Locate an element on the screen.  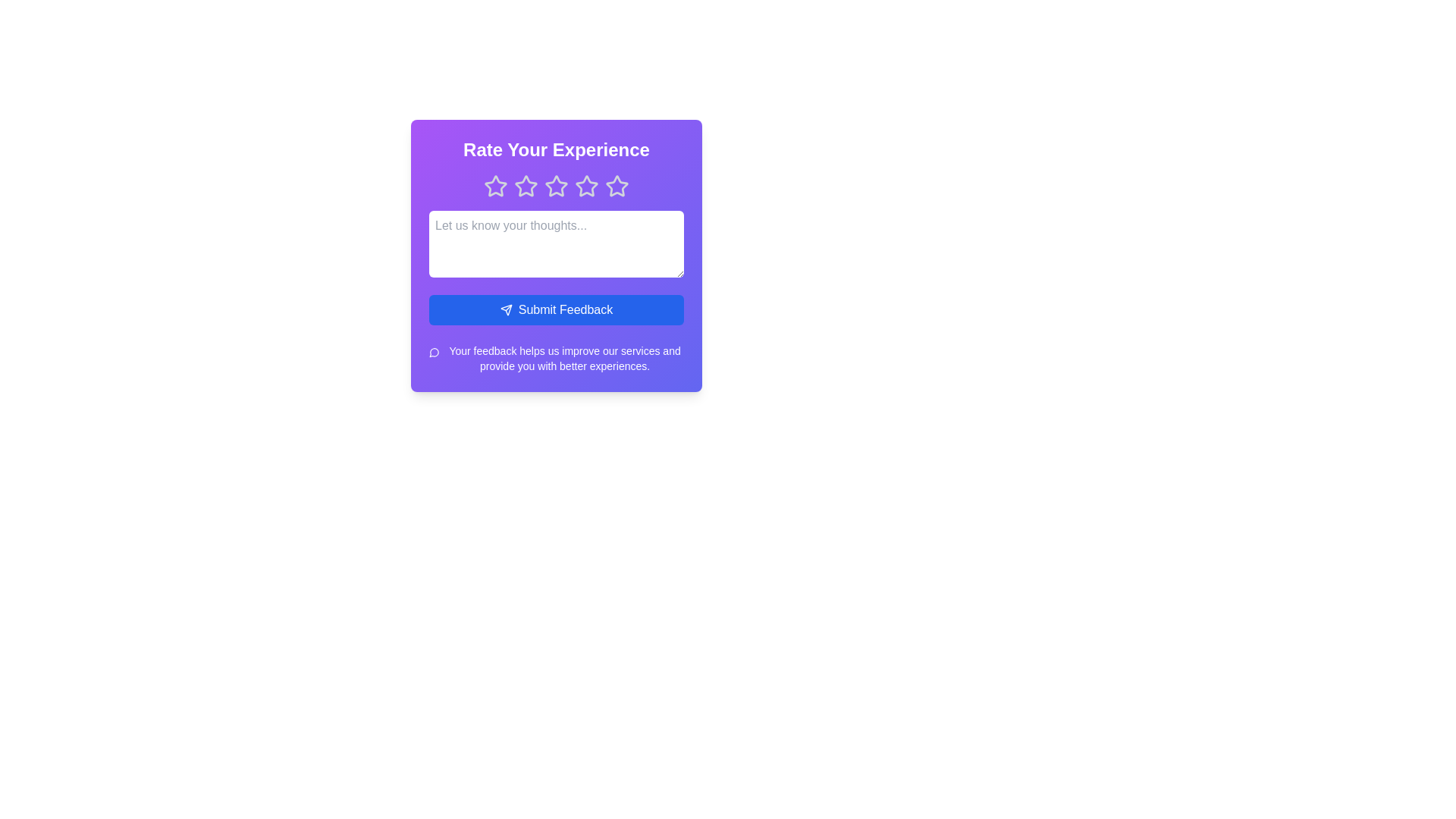
the arrow-like icon used for sending or submitting actions, located inside the 'Submit Feedback' button at the center bottom of the interface is located at coordinates (506, 309).